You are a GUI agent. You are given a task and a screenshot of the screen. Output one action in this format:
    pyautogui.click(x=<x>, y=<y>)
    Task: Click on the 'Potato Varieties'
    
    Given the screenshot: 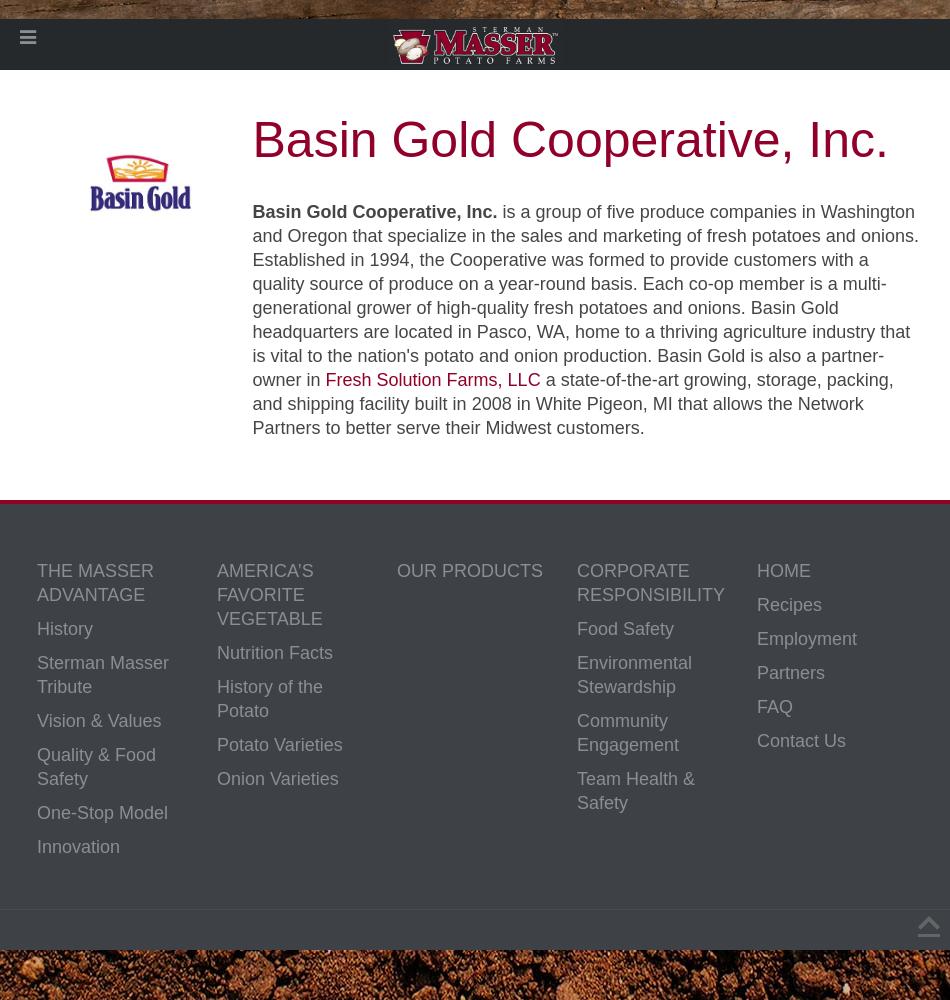 What is the action you would take?
    pyautogui.click(x=278, y=744)
    